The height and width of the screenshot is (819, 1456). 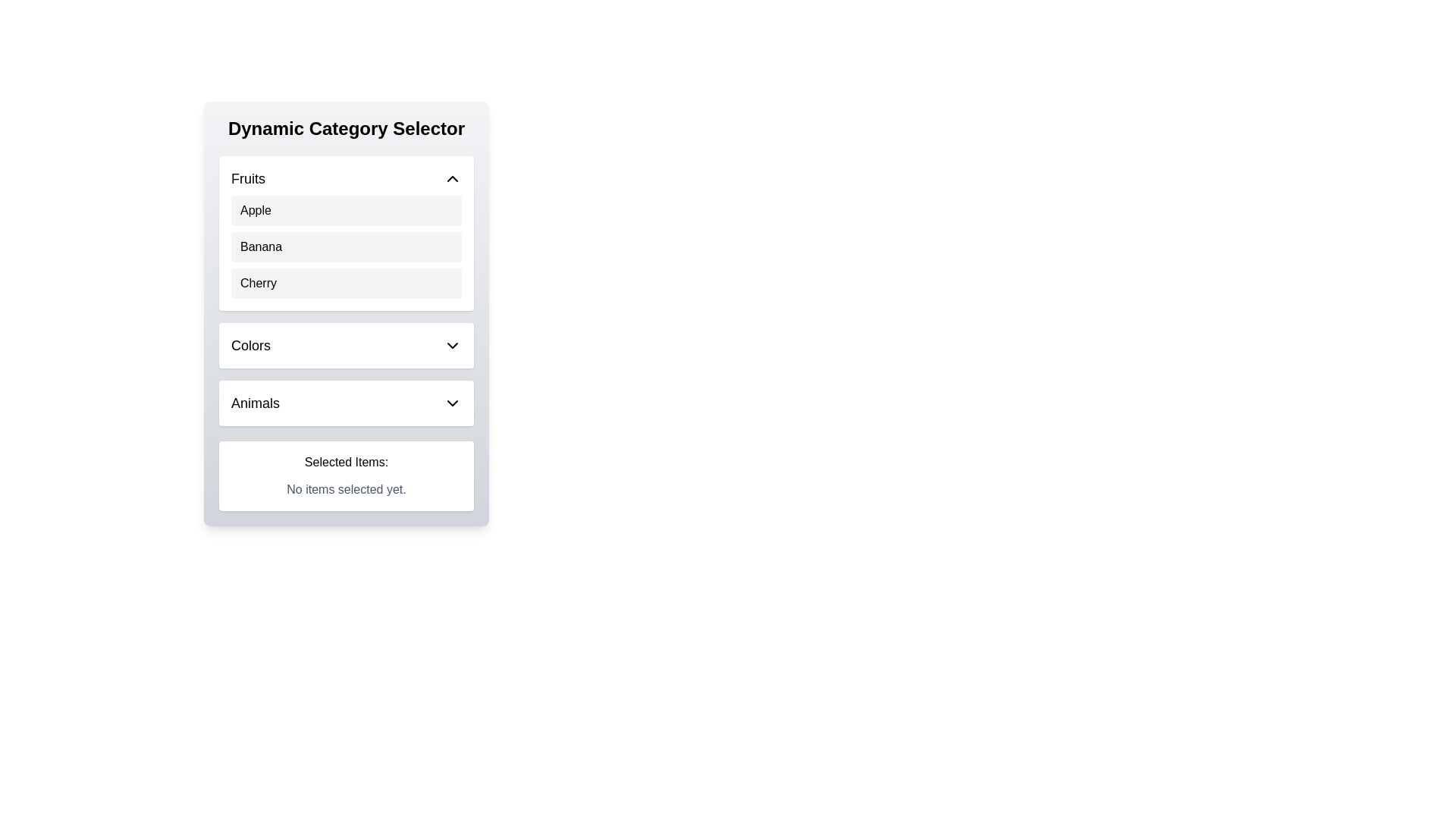 What do you see at coordinates (248, 177) in the screenshot?
I see `the 'Fruits' category header label in the 'Dynamic Category Selector' interface, which is positioned at the top of the 'Fruits' expandable section` at bounding box center [248, 177].